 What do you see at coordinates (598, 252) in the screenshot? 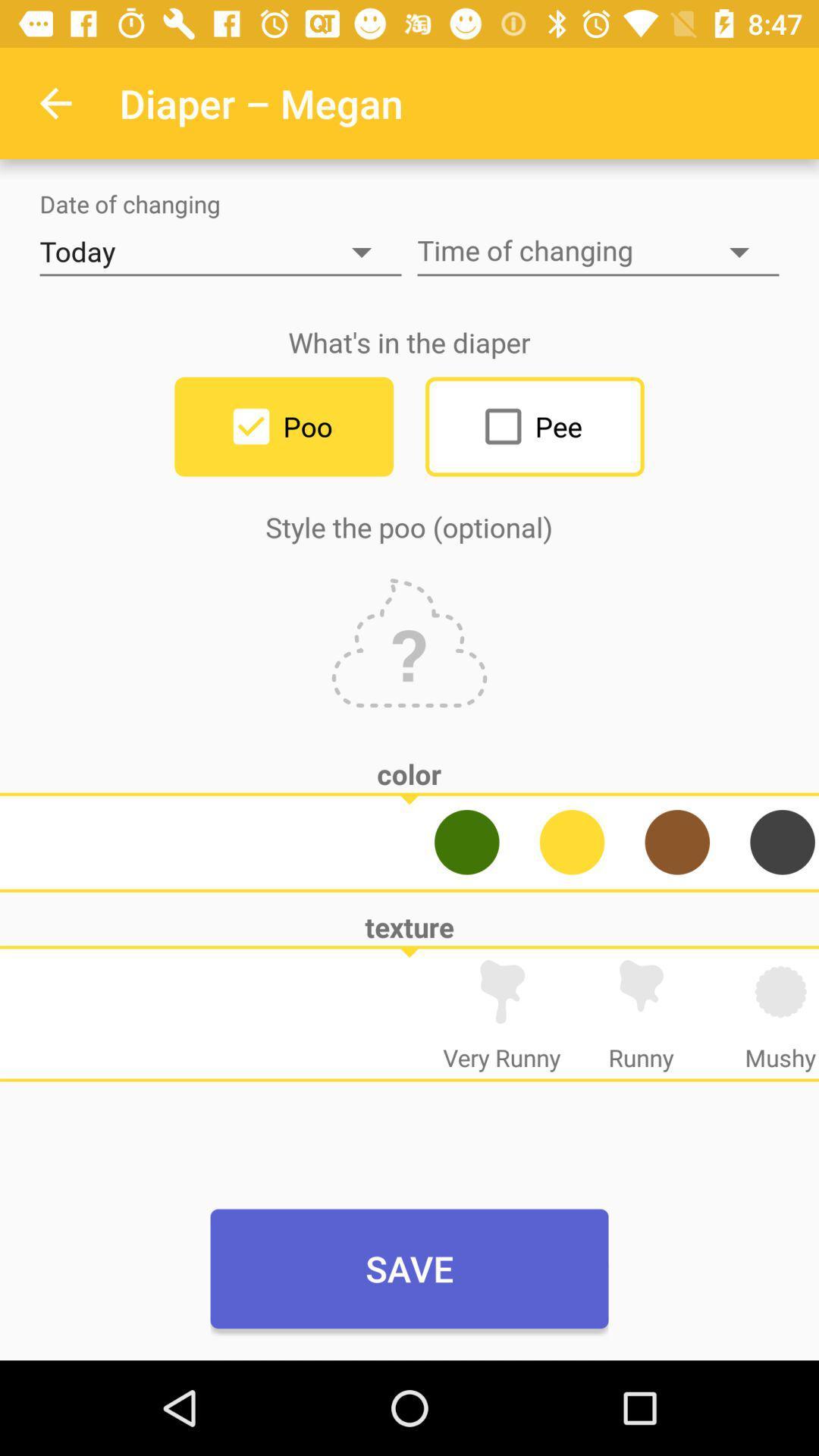
I see `time of changing` at bounding box center [598, 252].